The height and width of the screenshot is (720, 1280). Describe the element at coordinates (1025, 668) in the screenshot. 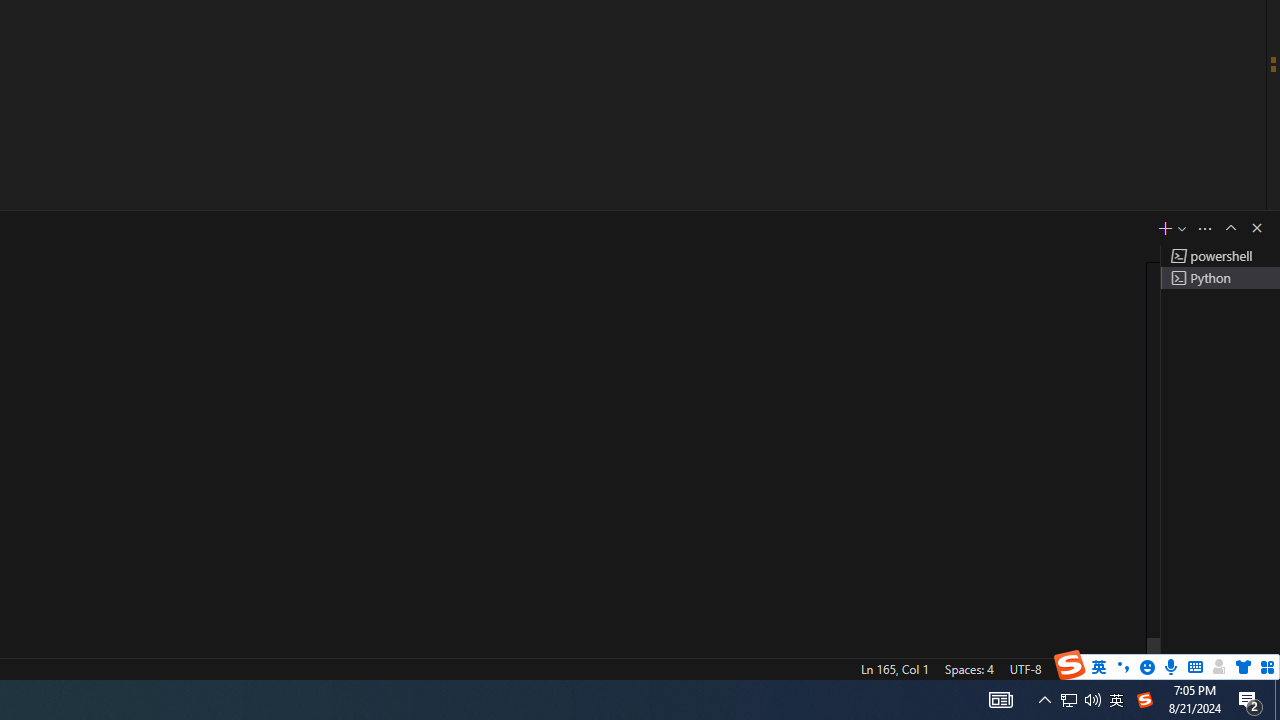

I see `'UTF-8'` at that location.